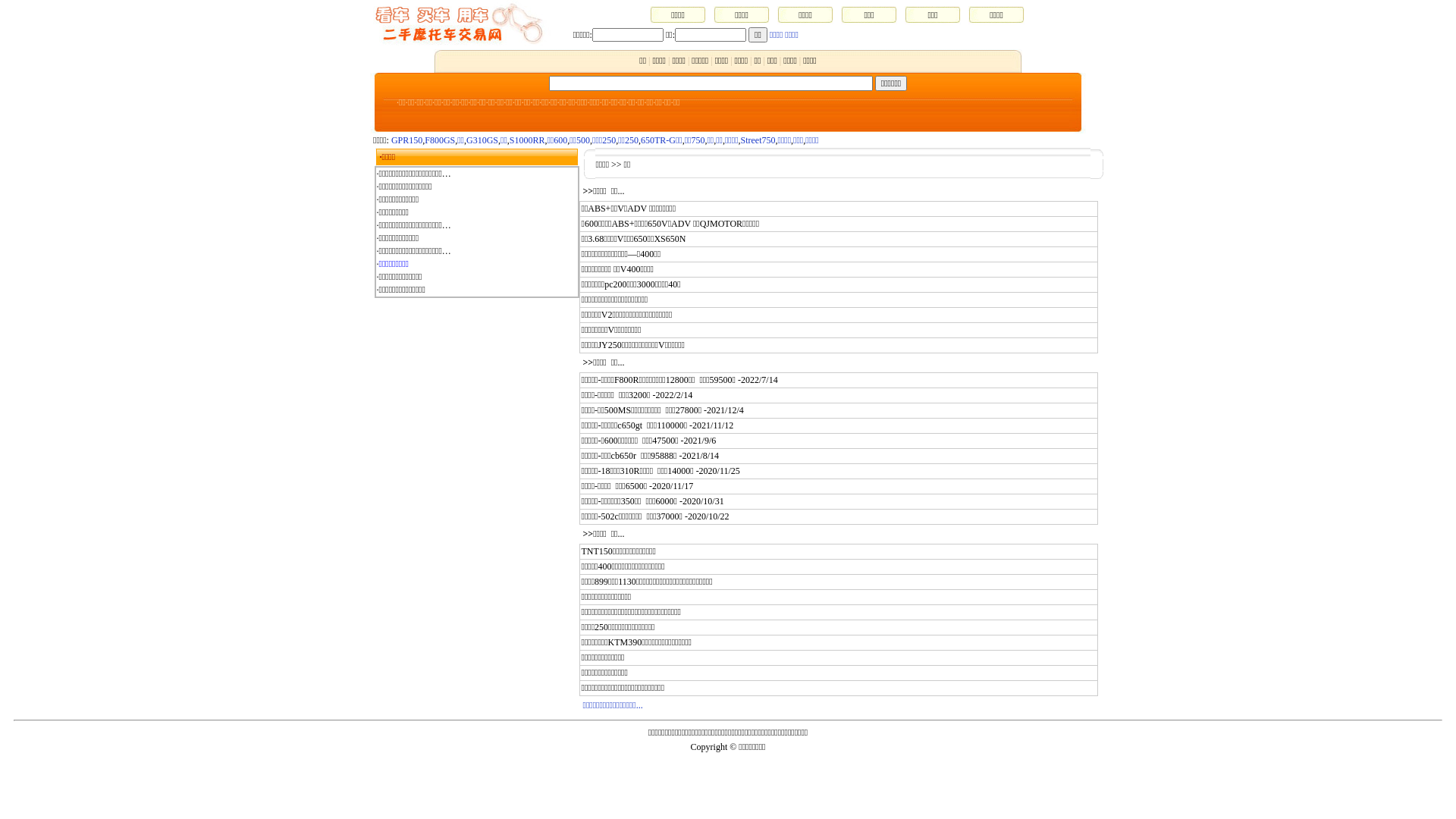 This screenshot has width=1456, height=819. What do you see at coordinates (527, 140) in the screenshot?
I see `'S1000RR'` at bounding box center [527, 140].